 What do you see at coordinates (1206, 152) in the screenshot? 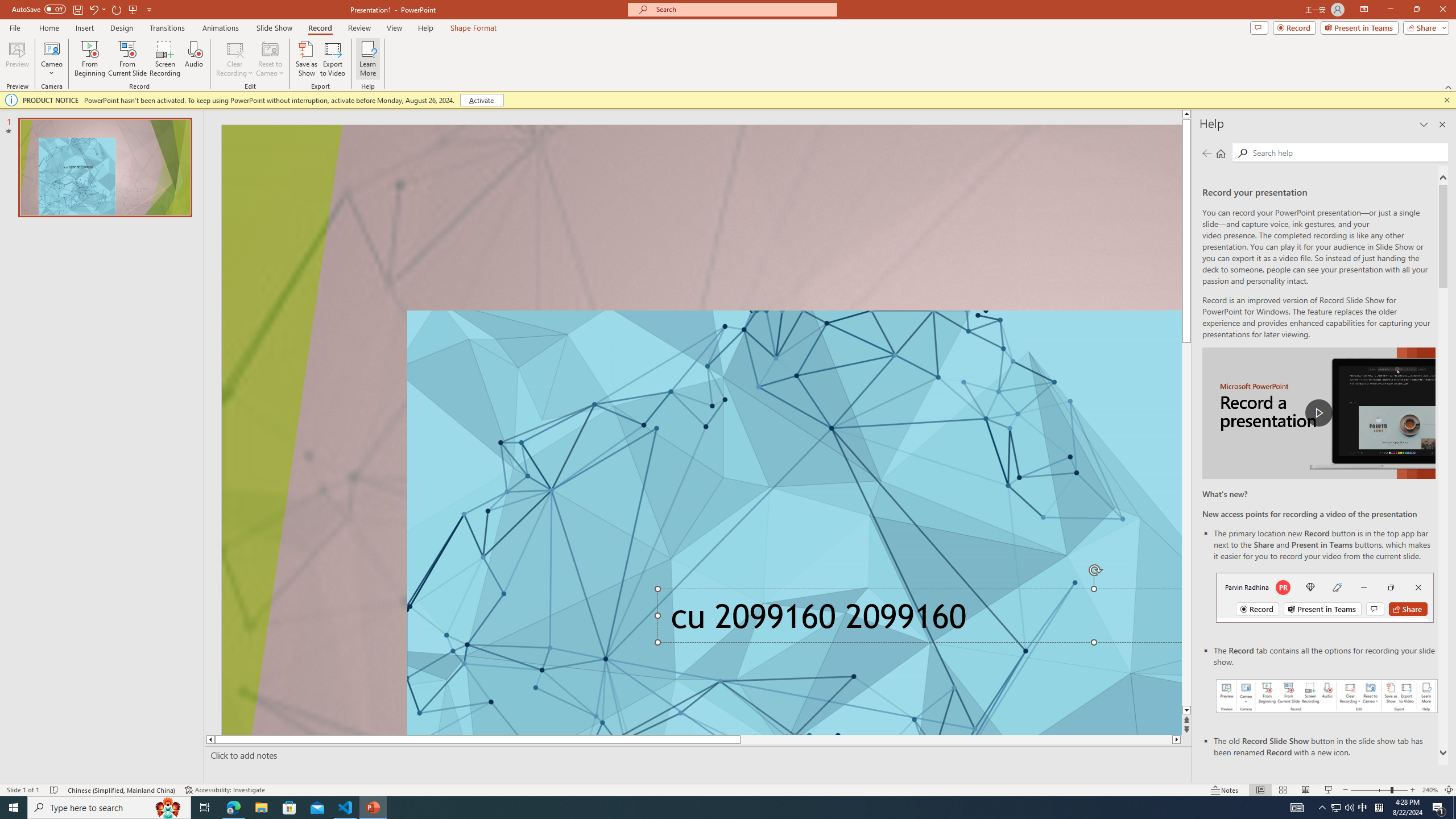
I see `'Previous page'` at bounding box center [1206, 152].